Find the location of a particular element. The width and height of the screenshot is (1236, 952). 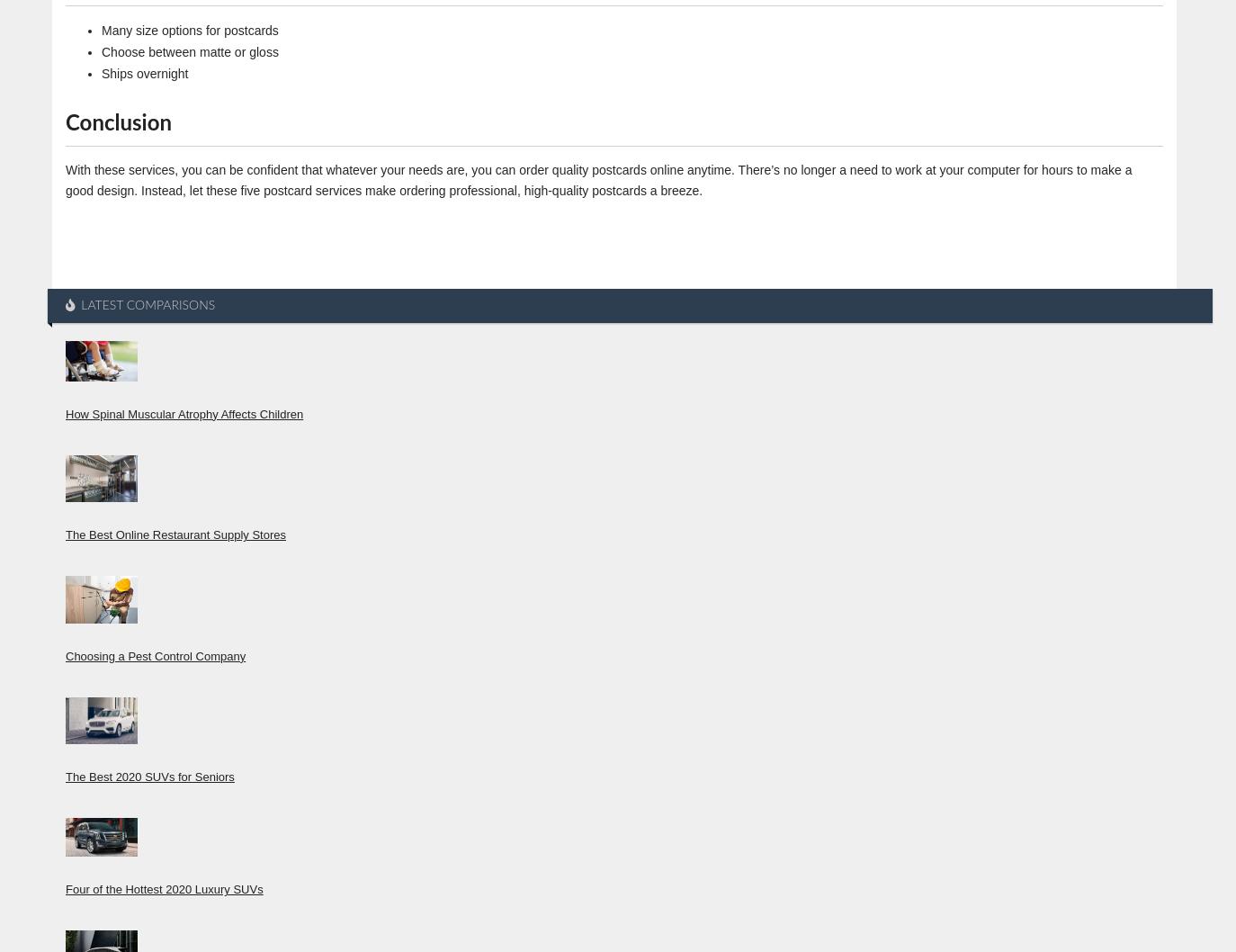

'Four of the Hottest 2020 Luxury SUVs' is located at coordinates (163, 888).